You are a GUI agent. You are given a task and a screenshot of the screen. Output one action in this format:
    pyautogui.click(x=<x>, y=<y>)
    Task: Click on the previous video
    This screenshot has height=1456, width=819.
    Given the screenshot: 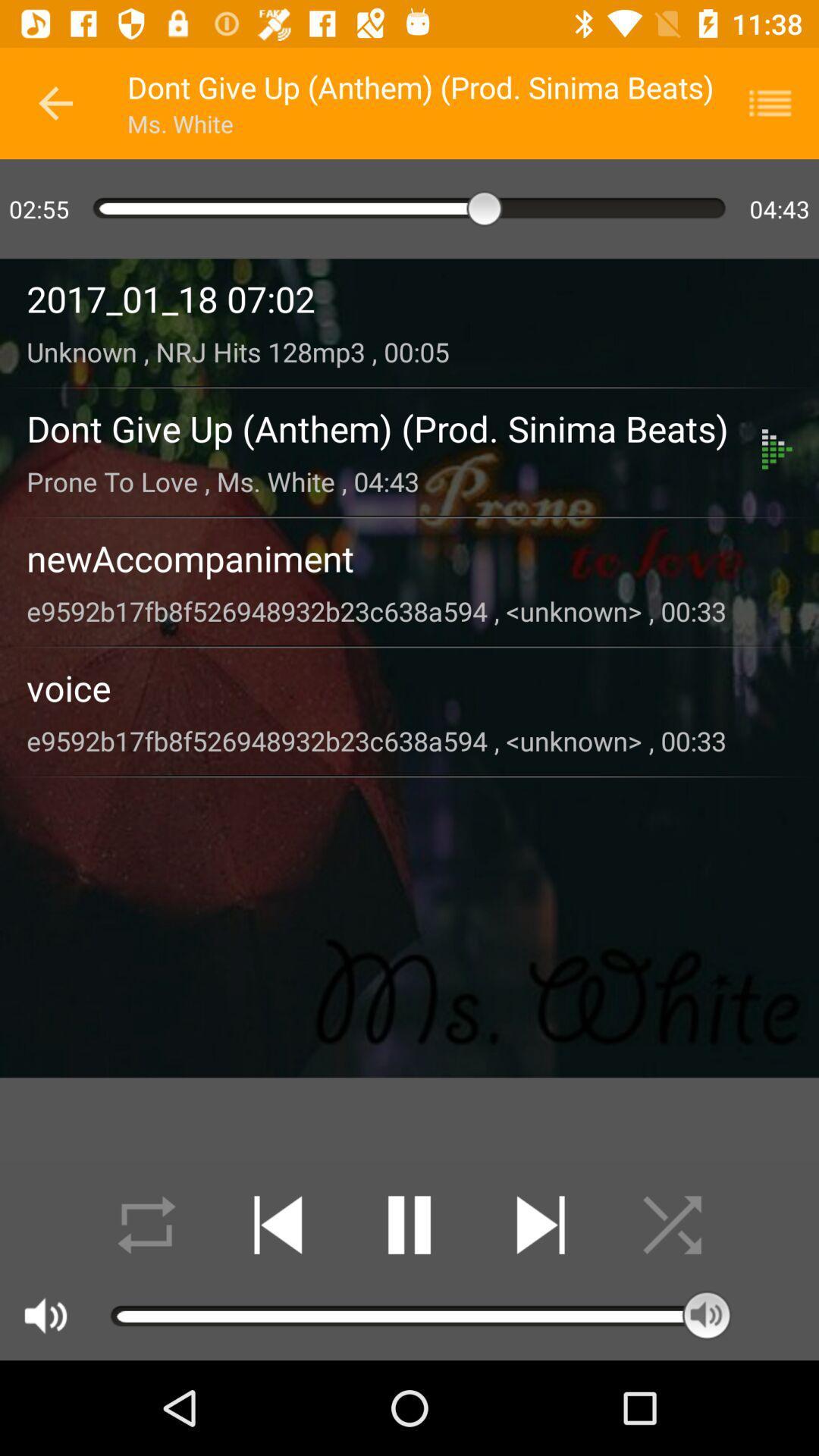 What is the action you would take?
    pyautogui.click(x=278, y=1225)
    